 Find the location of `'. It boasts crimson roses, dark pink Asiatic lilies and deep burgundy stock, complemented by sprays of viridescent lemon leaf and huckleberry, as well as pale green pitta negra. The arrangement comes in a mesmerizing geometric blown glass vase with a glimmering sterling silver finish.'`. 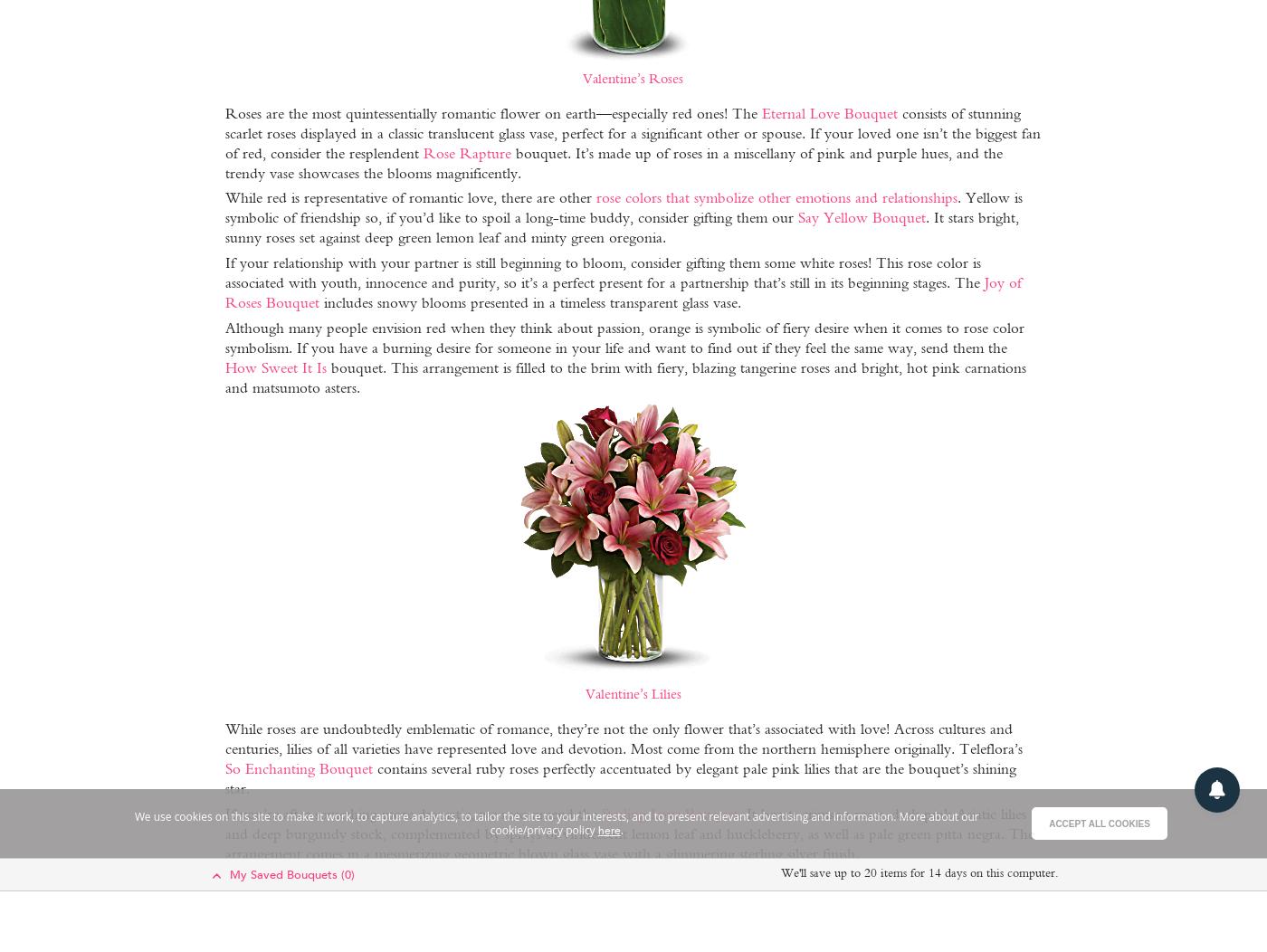

'. It boasts crimson roses, dark pink Asiatic lilies and deep burgundy stock, complemented by sprays of viridescent lemon leaf and huckleberry, as well as pale green pitta negra. The arrangement comes in a mesmerizing geometric blown glass vase with a glimmering sterling silver finish.' is located at coordinates (628, 833).